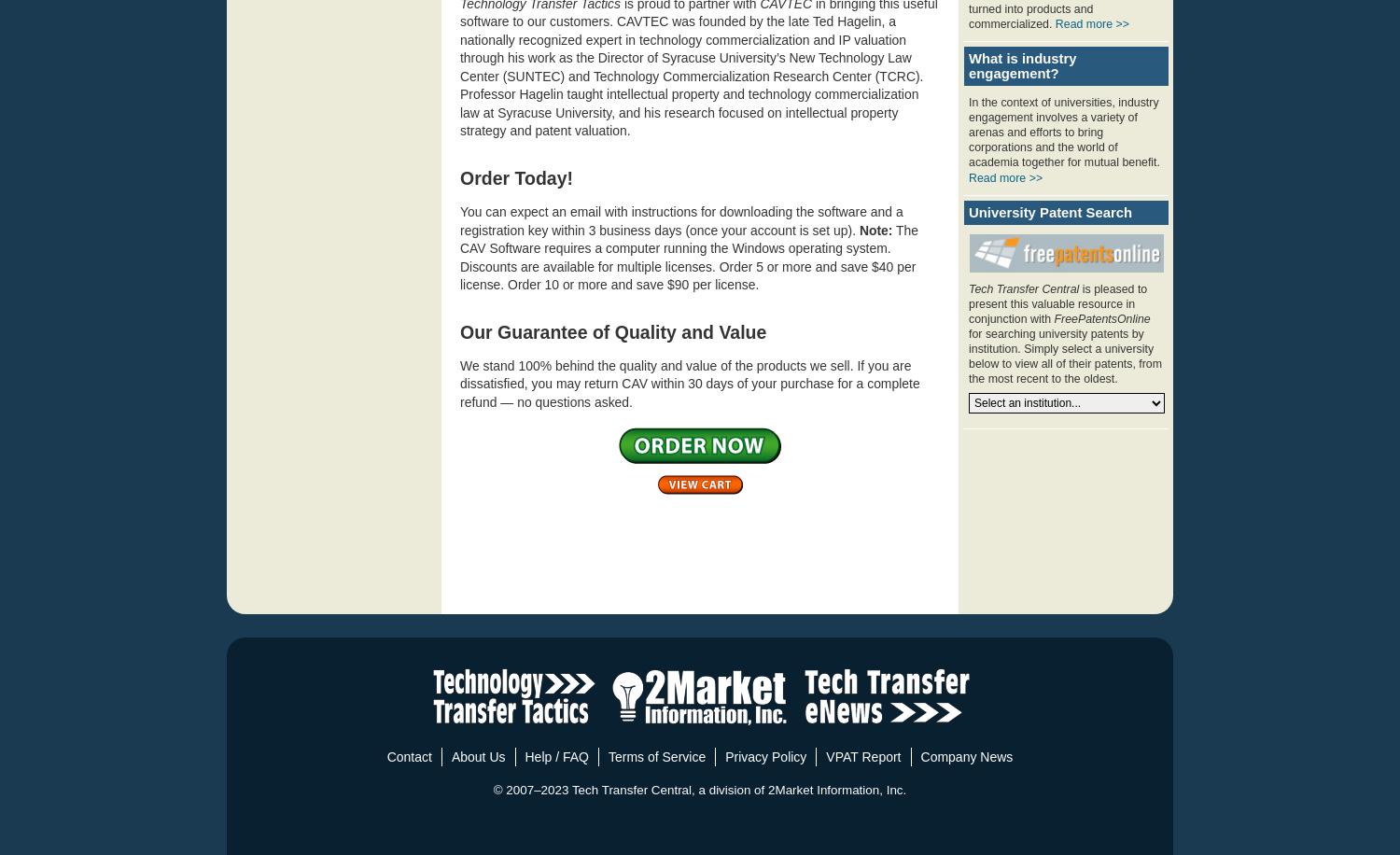 The height and width of the screenshot is (855, 1400). I want to click on 'Contact', so click(409, 756).